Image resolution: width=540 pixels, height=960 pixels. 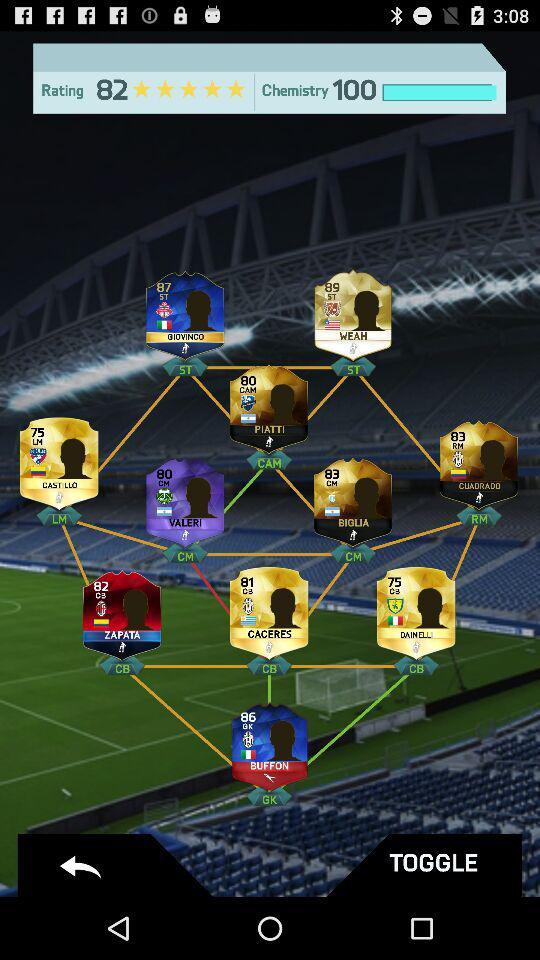 I want to click on the group icon, so click(x=269, y=651).